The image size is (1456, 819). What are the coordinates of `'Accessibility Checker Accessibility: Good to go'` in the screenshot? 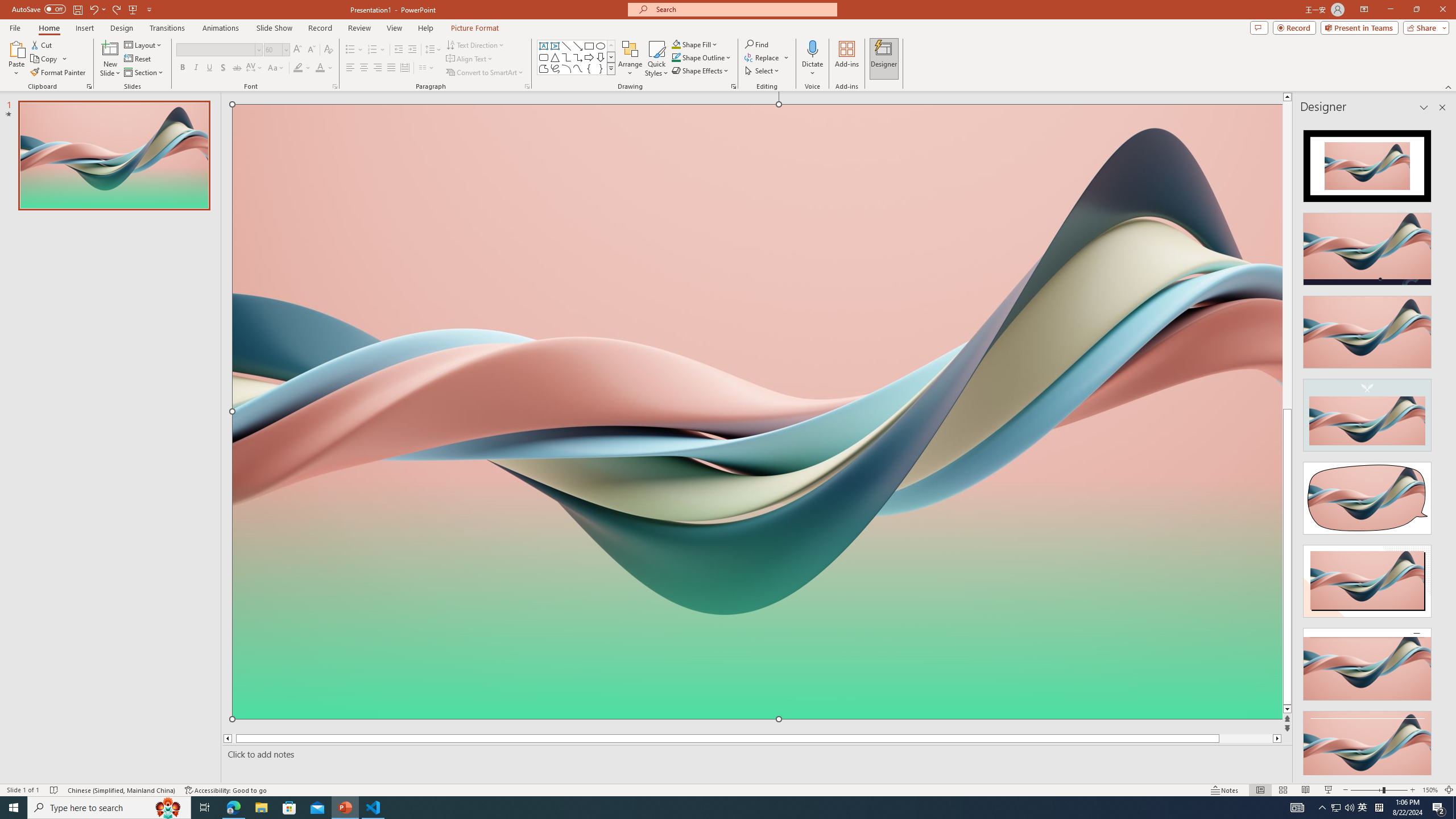 It's located at (226, 790).